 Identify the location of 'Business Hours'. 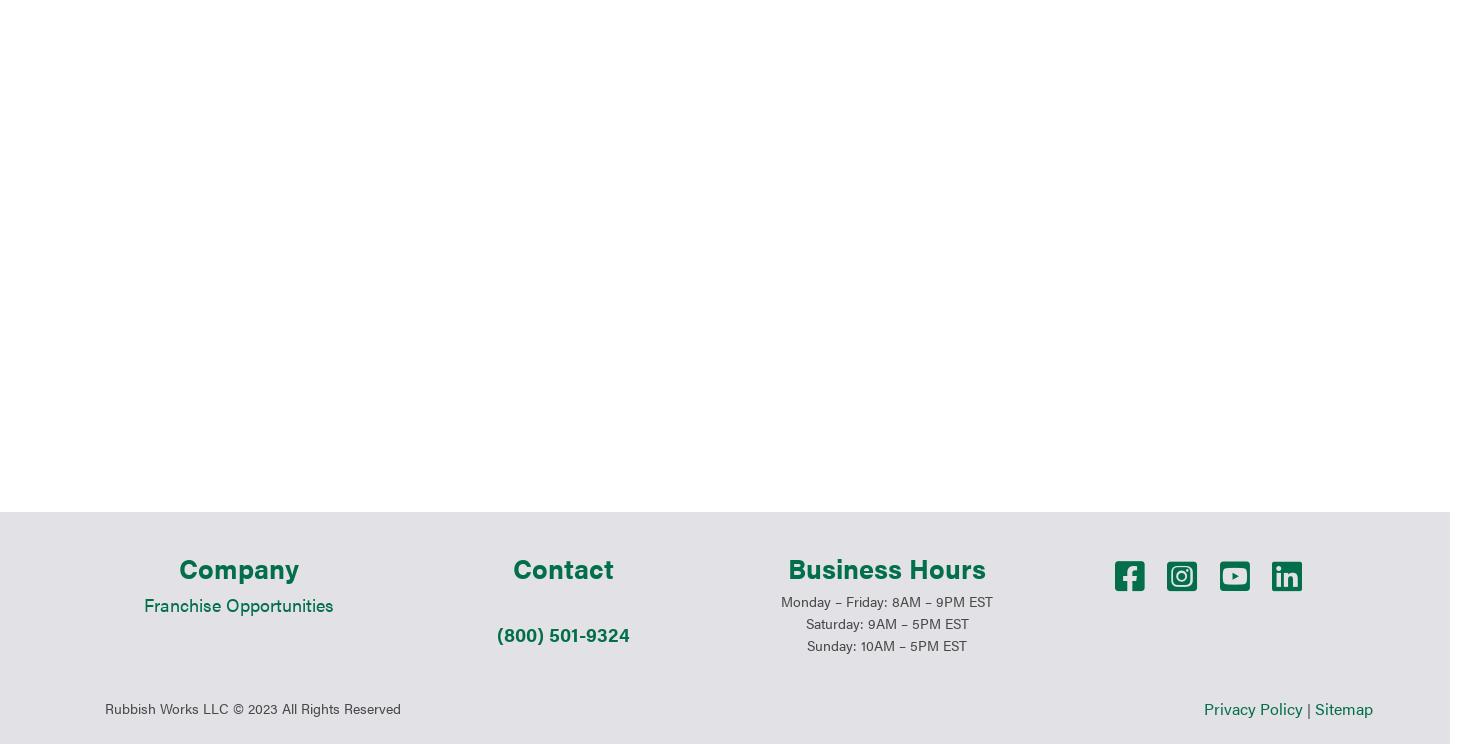
(886, 366).